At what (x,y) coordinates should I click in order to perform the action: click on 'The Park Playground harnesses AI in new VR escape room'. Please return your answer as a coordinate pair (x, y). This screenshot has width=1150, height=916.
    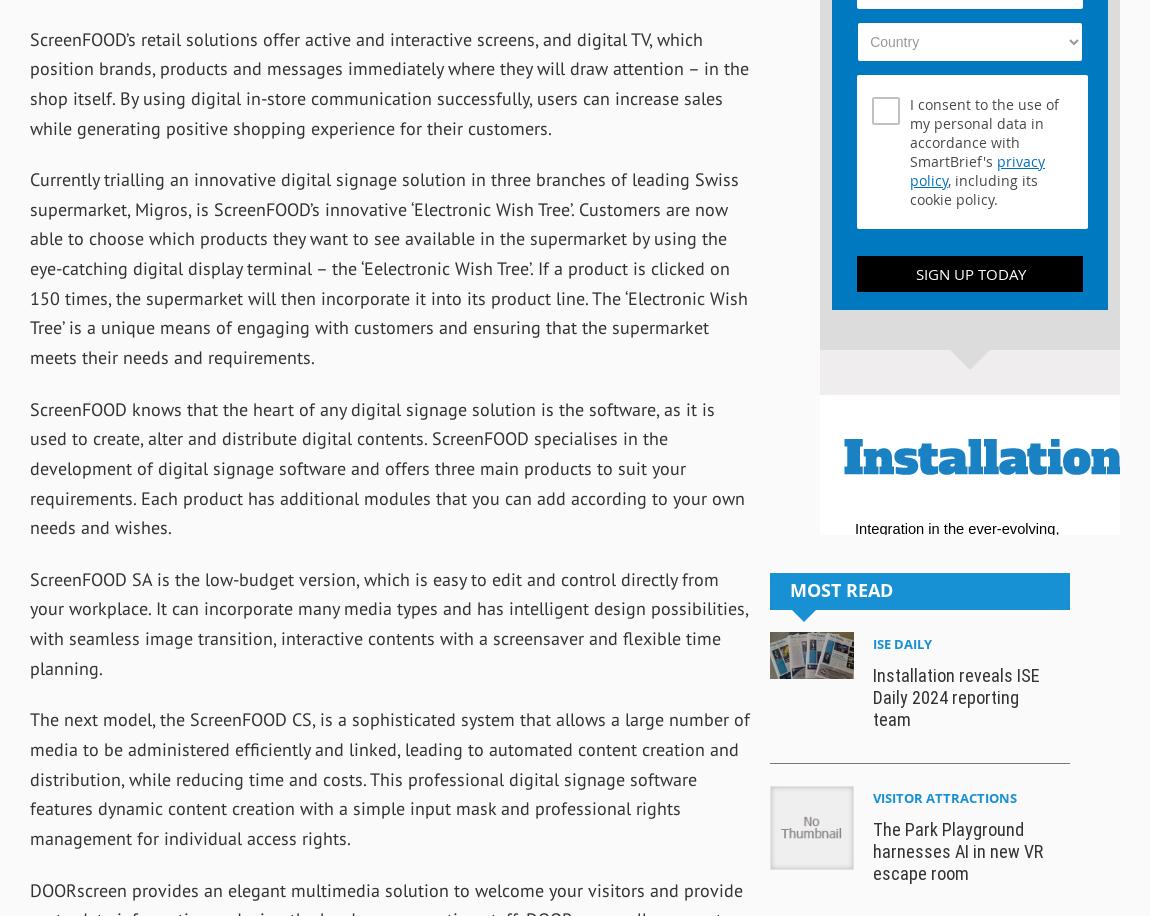
    Looking at the image, I should click on (957, 851).